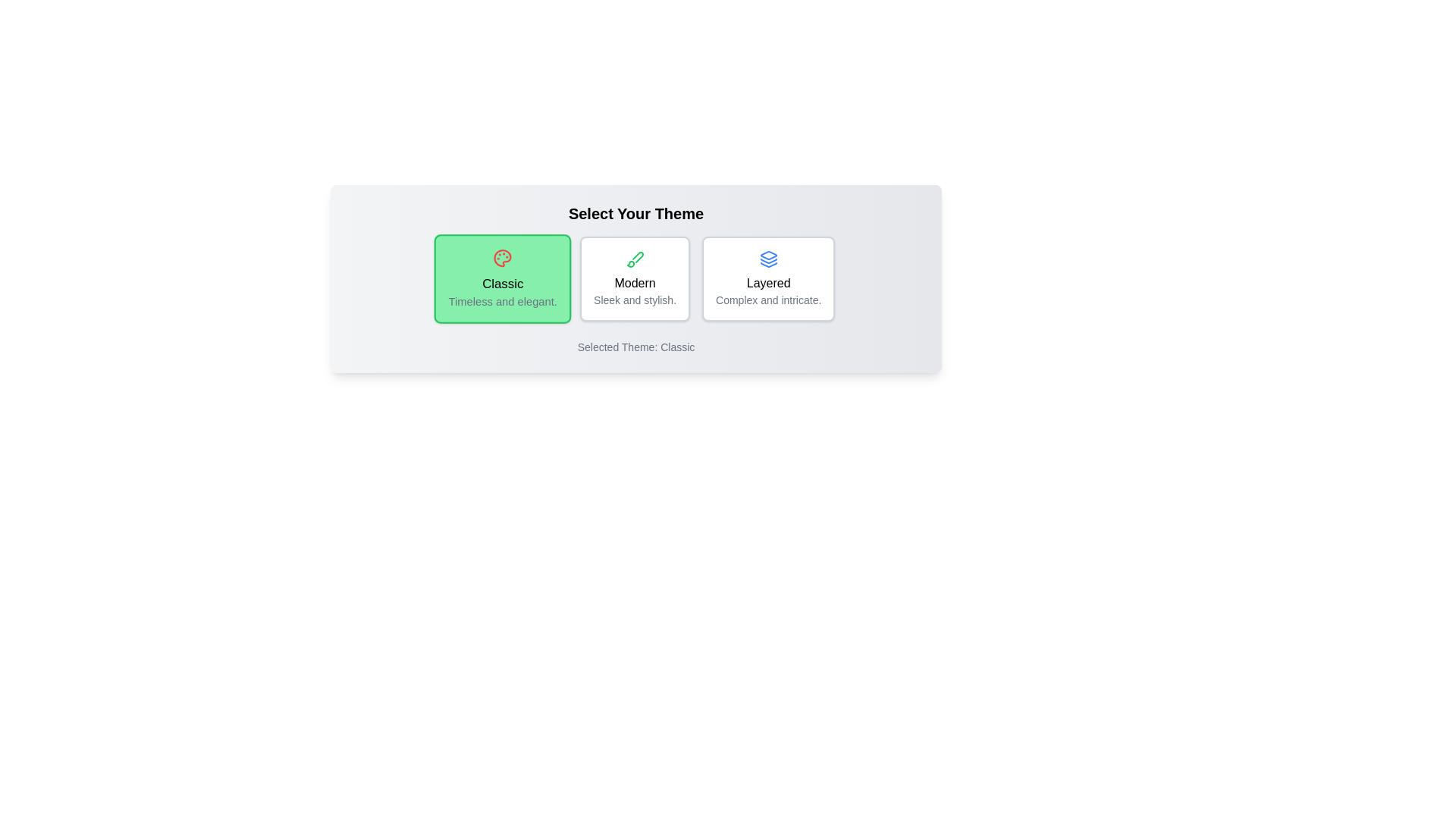  What do you see at coordinates (635, 278) in the screenshot?
I see `the theme Modern by clicking on its card` at bounding box center [635, 278].